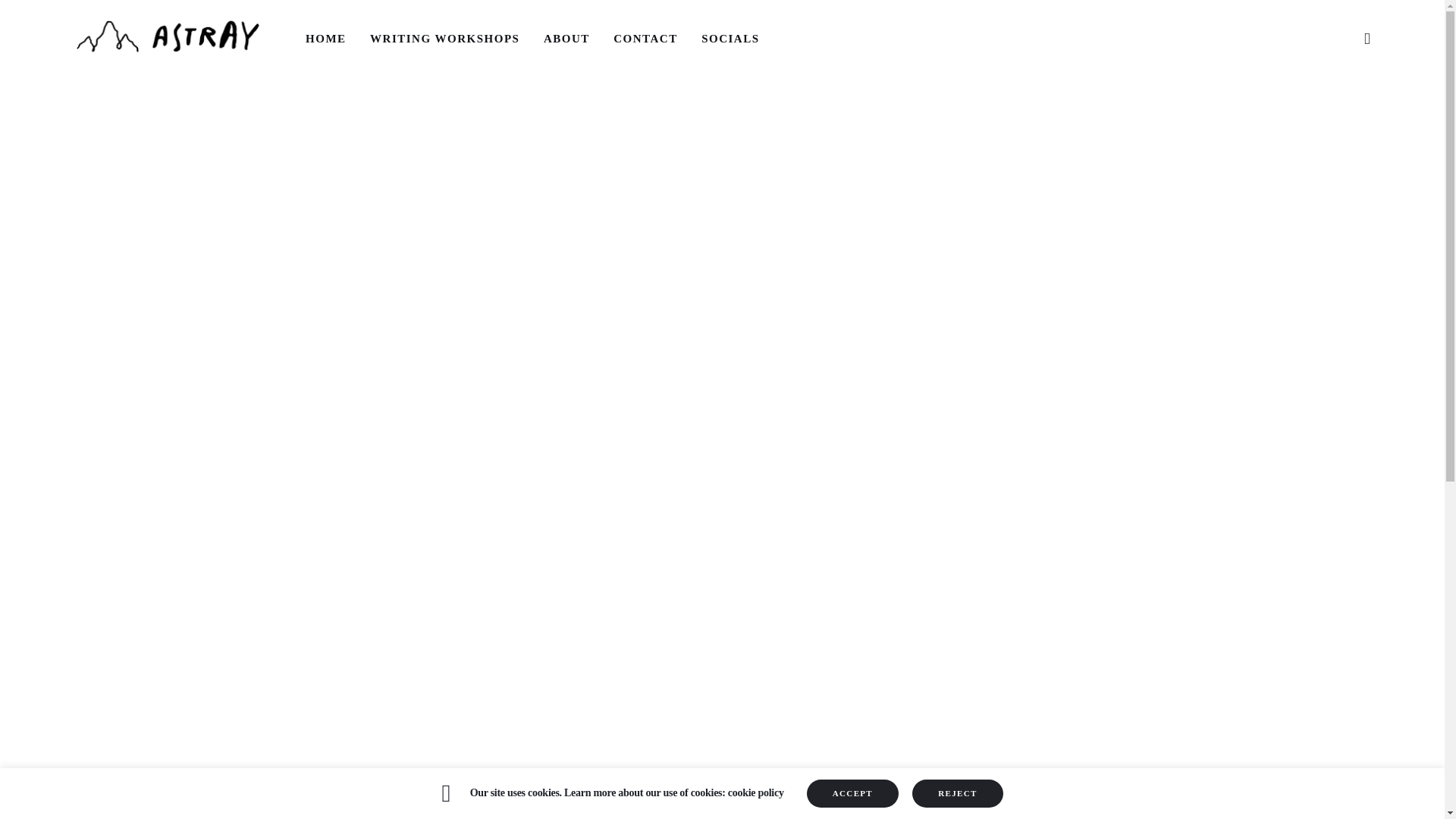 The image size is (1456, 819). What do you see at coordinates (645, 37) in the screenshot?
I see `'CONTACT'` at bounding box center [645, 37].